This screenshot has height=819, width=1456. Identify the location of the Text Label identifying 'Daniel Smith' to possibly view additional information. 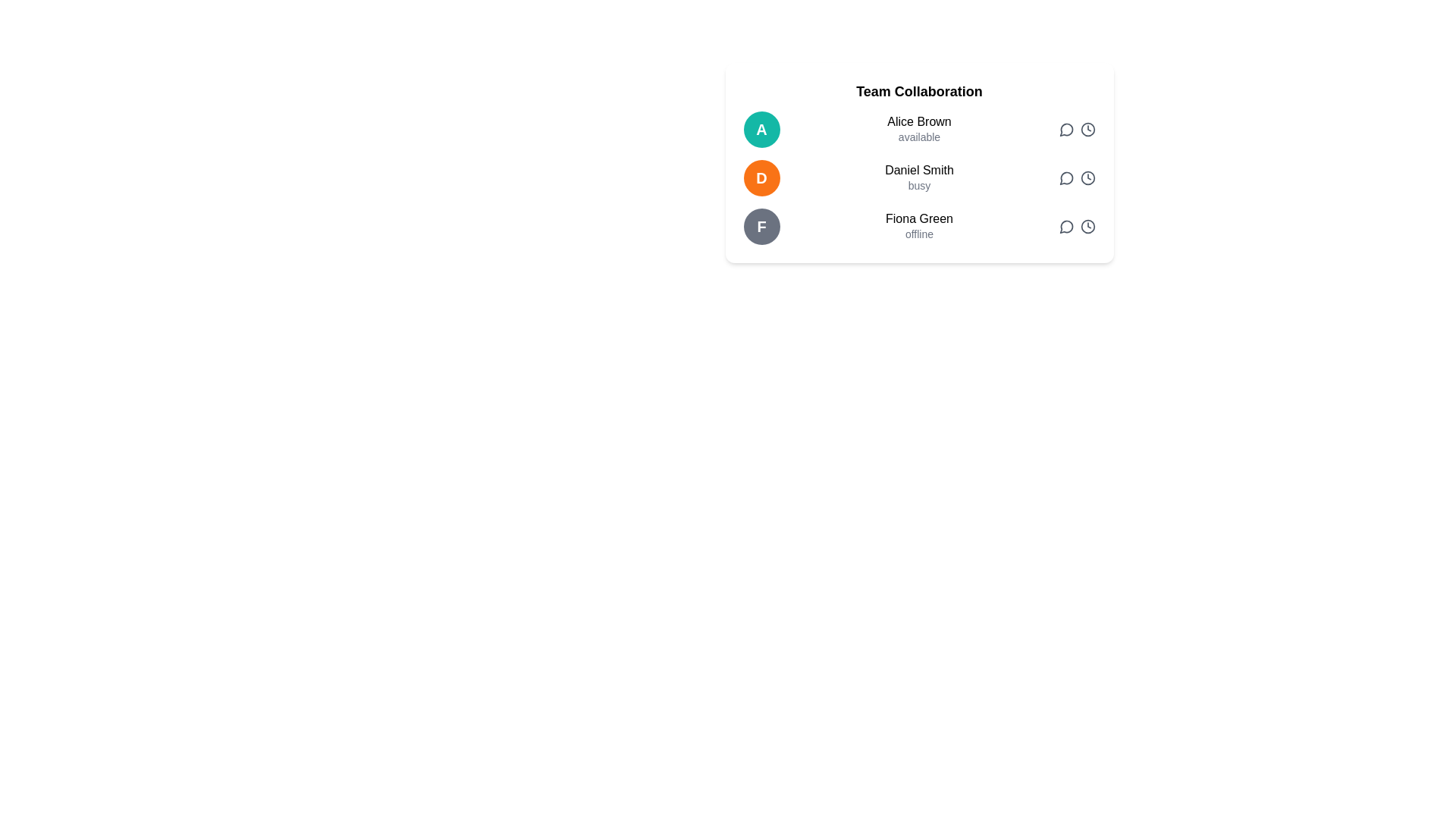
(918, 170).